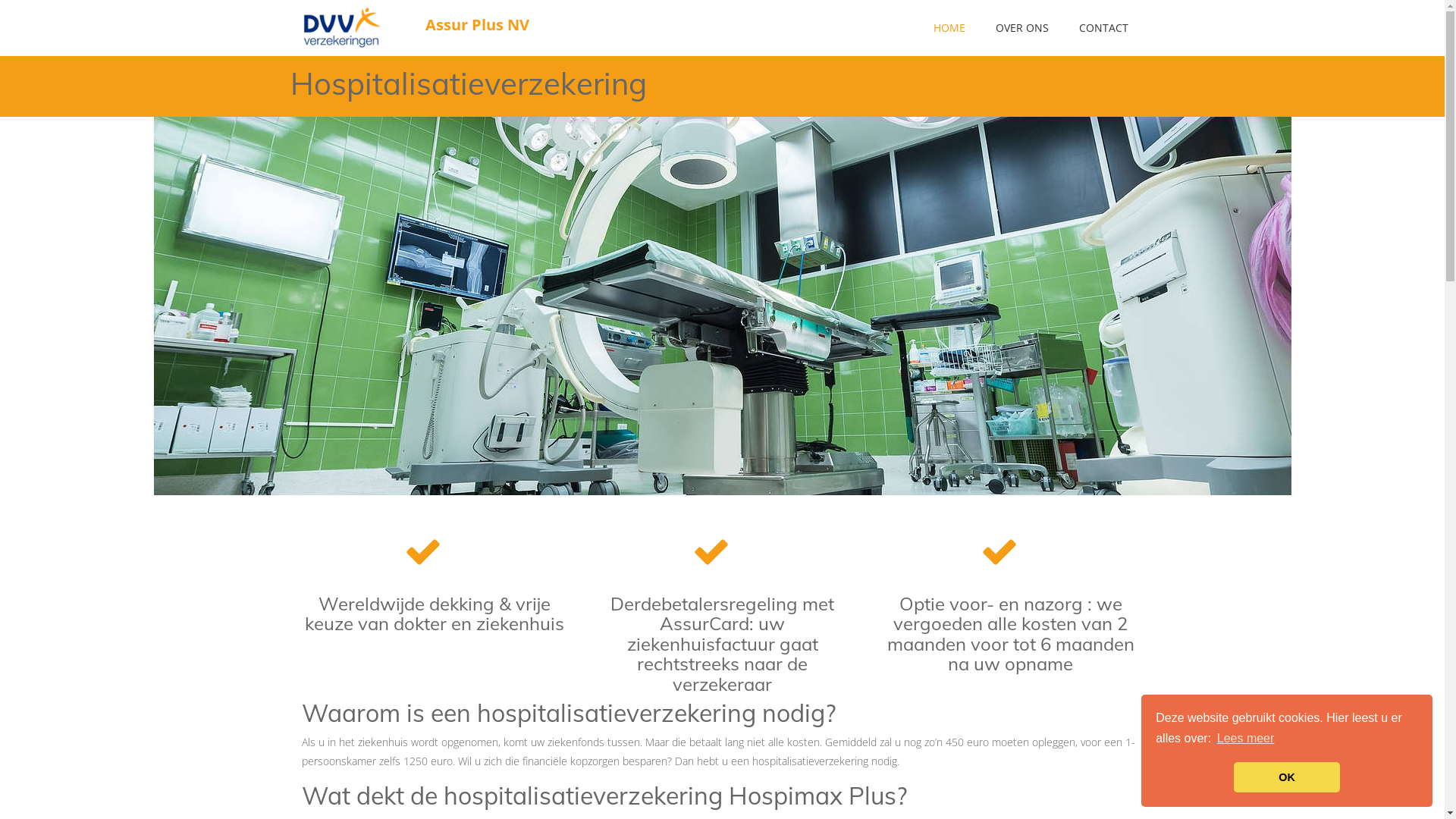  Describe the element at coordinates (1245, 738) in the screenshot. I see `'Lees meer'` at that location.